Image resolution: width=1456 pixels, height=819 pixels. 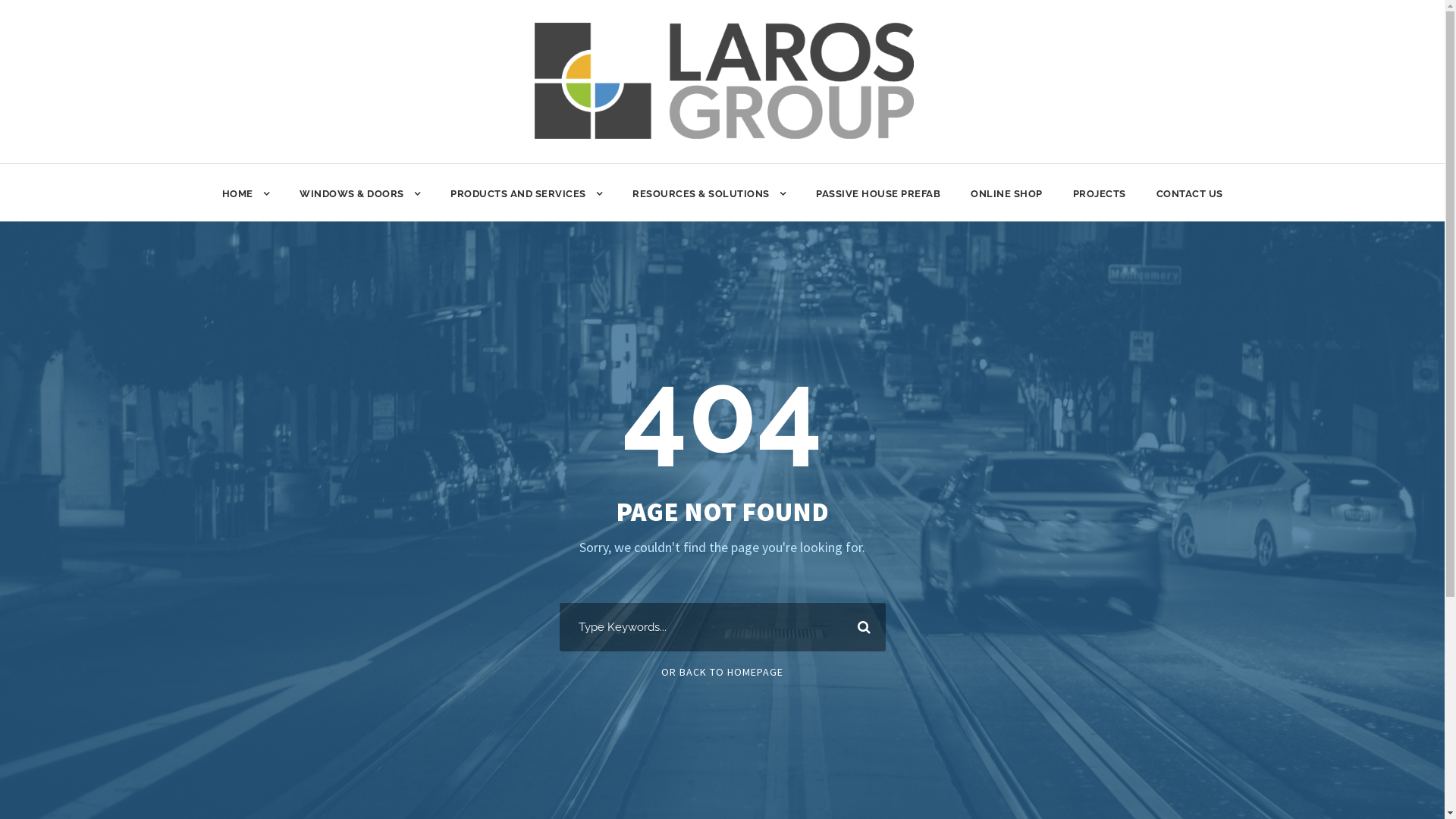 What do you see at coordinates (723, 80) in the screenshot?
I see `'LAROSGroup_Logo_Primary_Large'` at bounding box center [723, 80].